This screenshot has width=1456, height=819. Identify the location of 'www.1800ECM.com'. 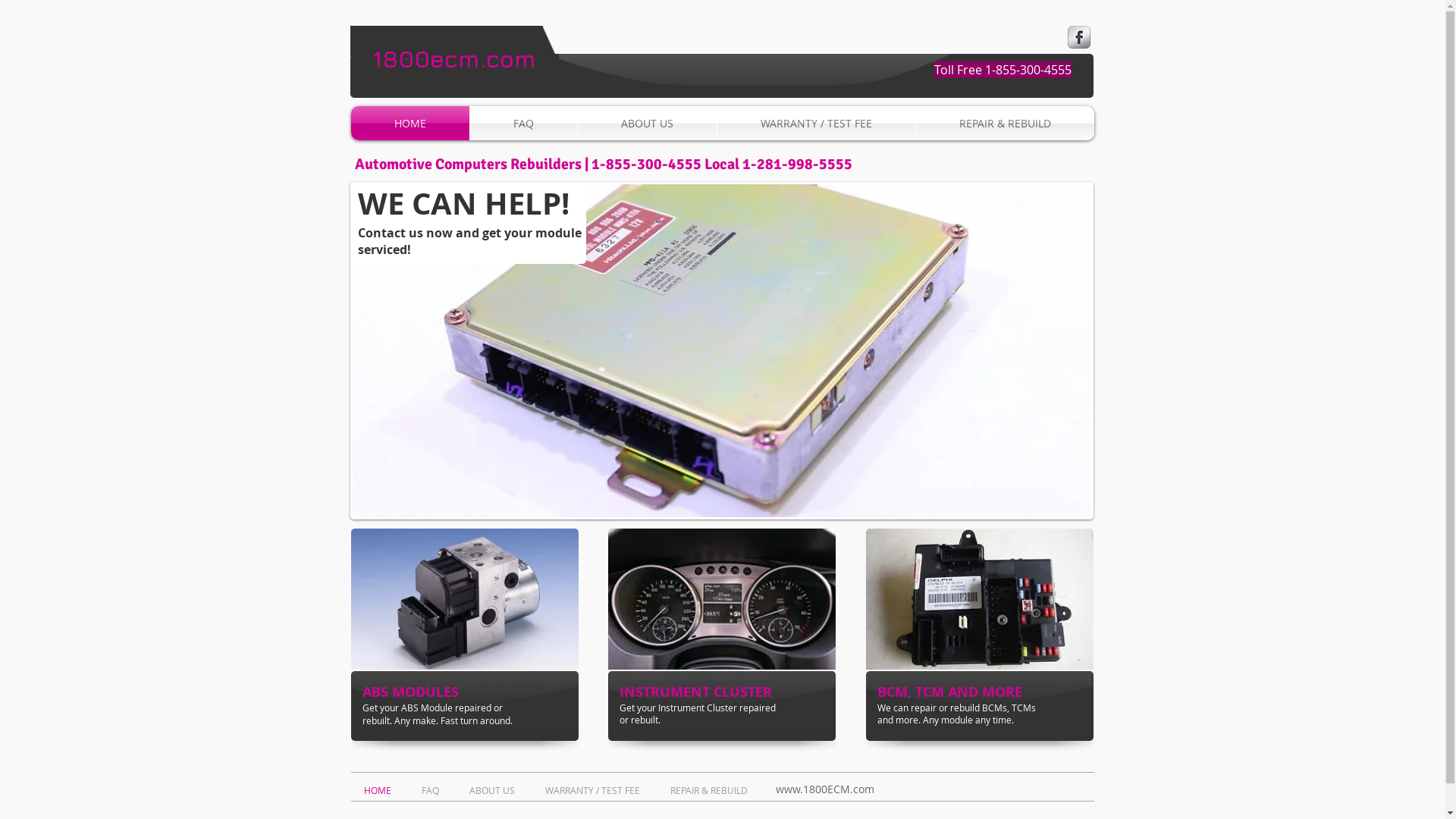
(823, 788).